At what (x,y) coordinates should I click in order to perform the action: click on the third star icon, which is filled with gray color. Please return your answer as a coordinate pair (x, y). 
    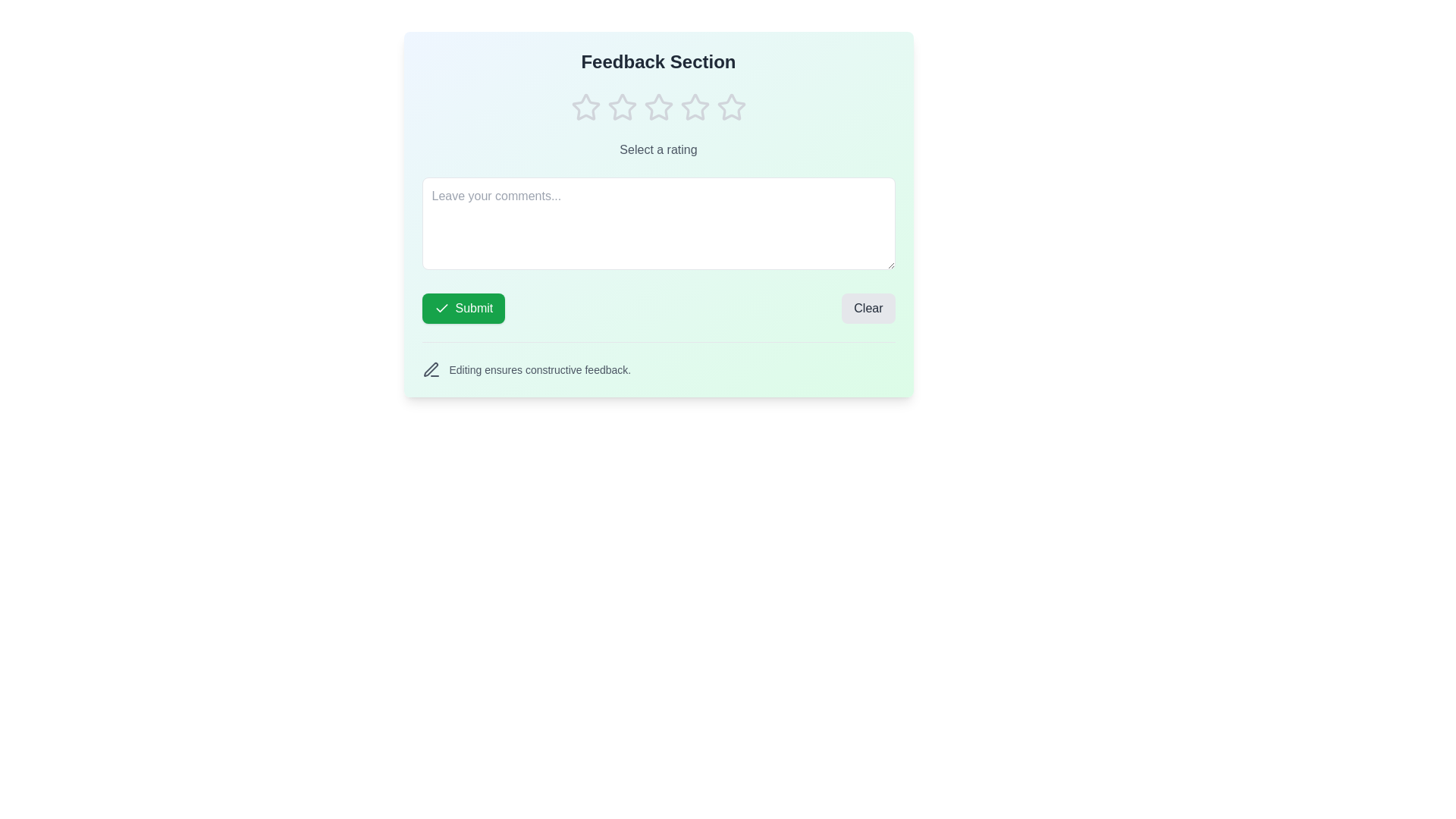
    Looking at the image, I should click on (694, 106).